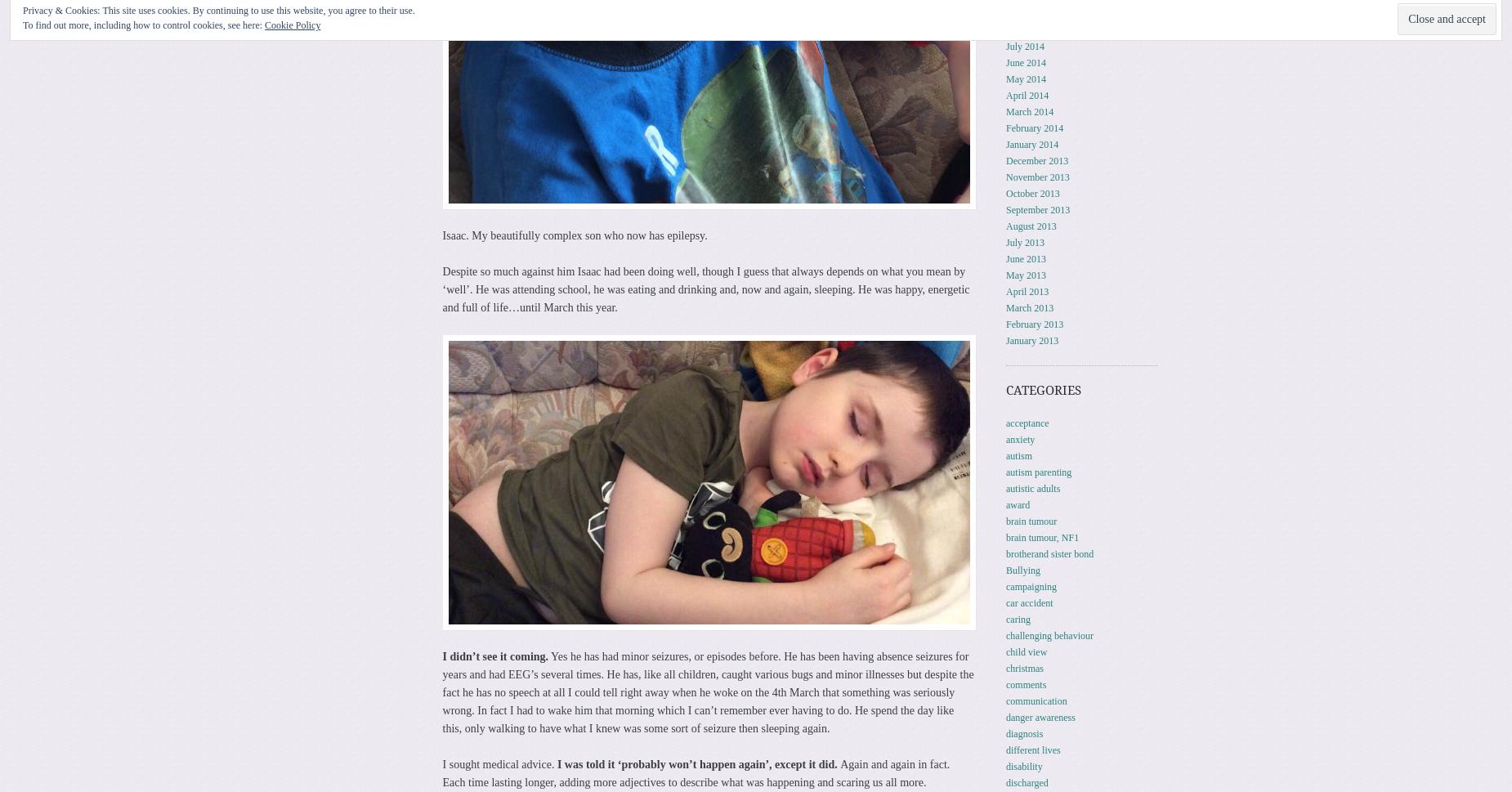 Image resolution: width=1512 pixels, height=792 pixels. I want to click on 'campaigning', so click(1030, 585).